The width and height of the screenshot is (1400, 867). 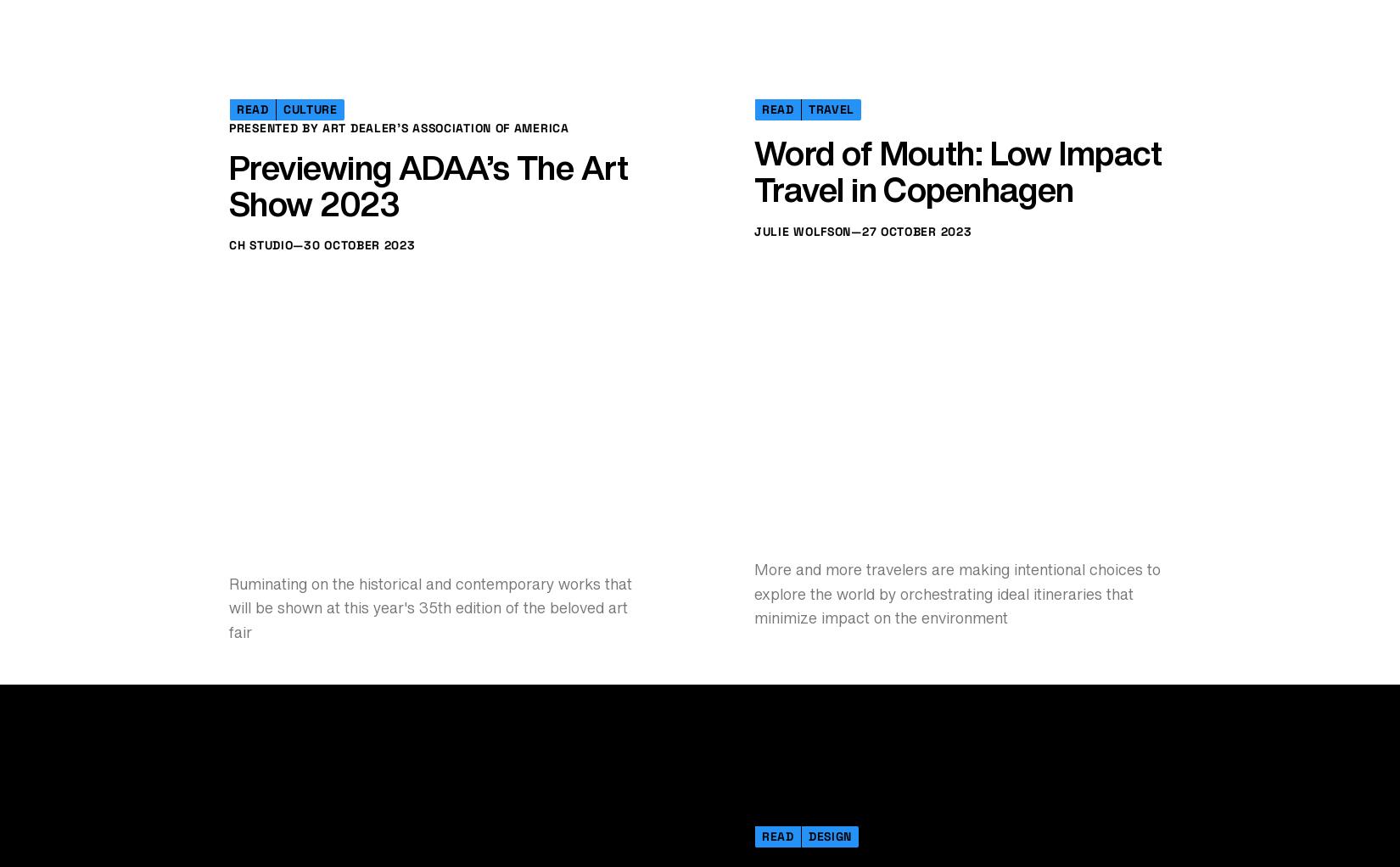 I want to click on 'David Graver', so click(x=327, y=270).